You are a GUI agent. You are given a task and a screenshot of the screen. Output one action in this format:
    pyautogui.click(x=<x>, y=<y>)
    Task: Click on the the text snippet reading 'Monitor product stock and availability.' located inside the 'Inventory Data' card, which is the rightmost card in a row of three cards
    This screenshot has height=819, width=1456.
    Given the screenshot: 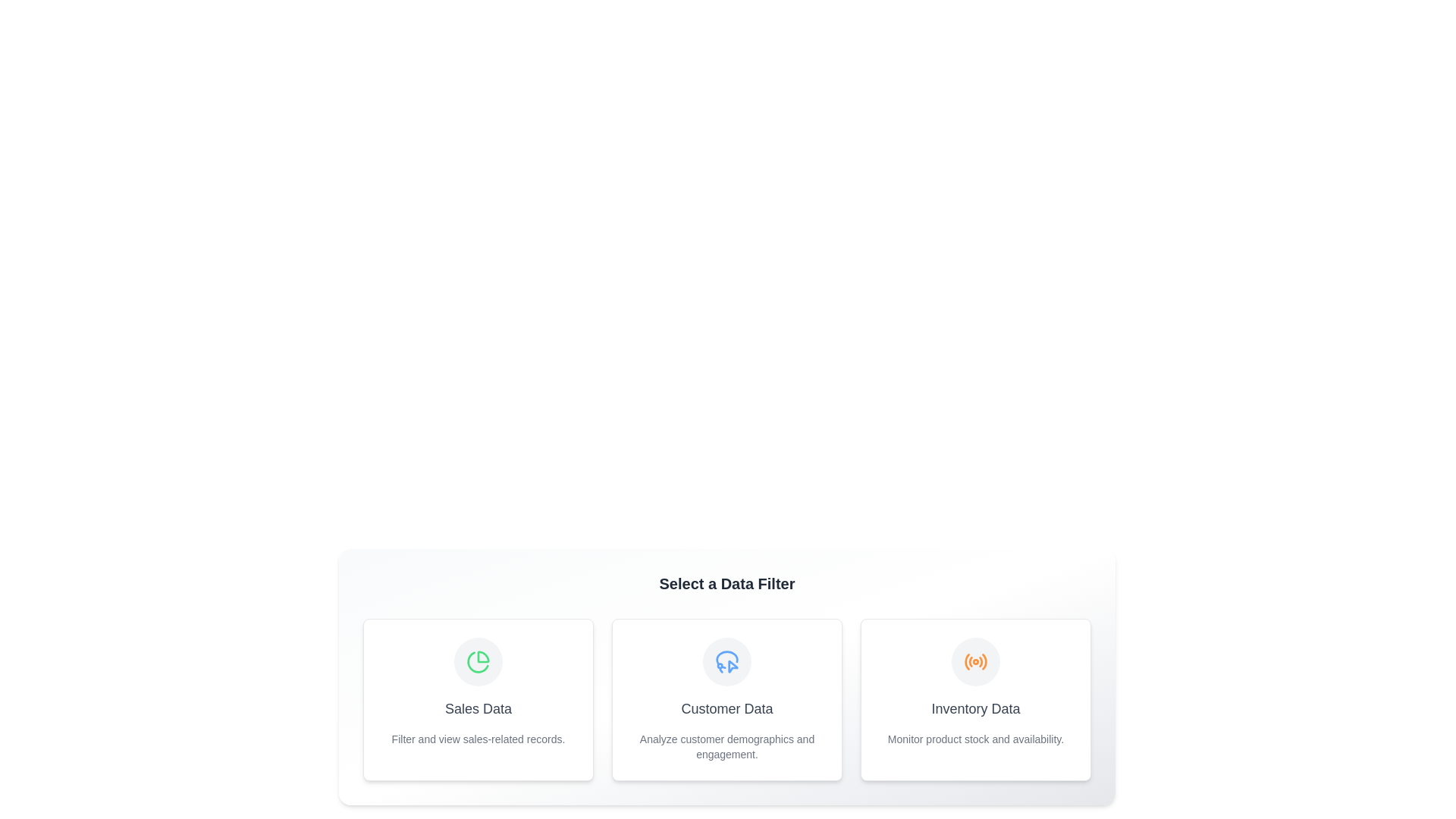 What is the action you would take?
    pyautogui.click(x=975, y=739)
    